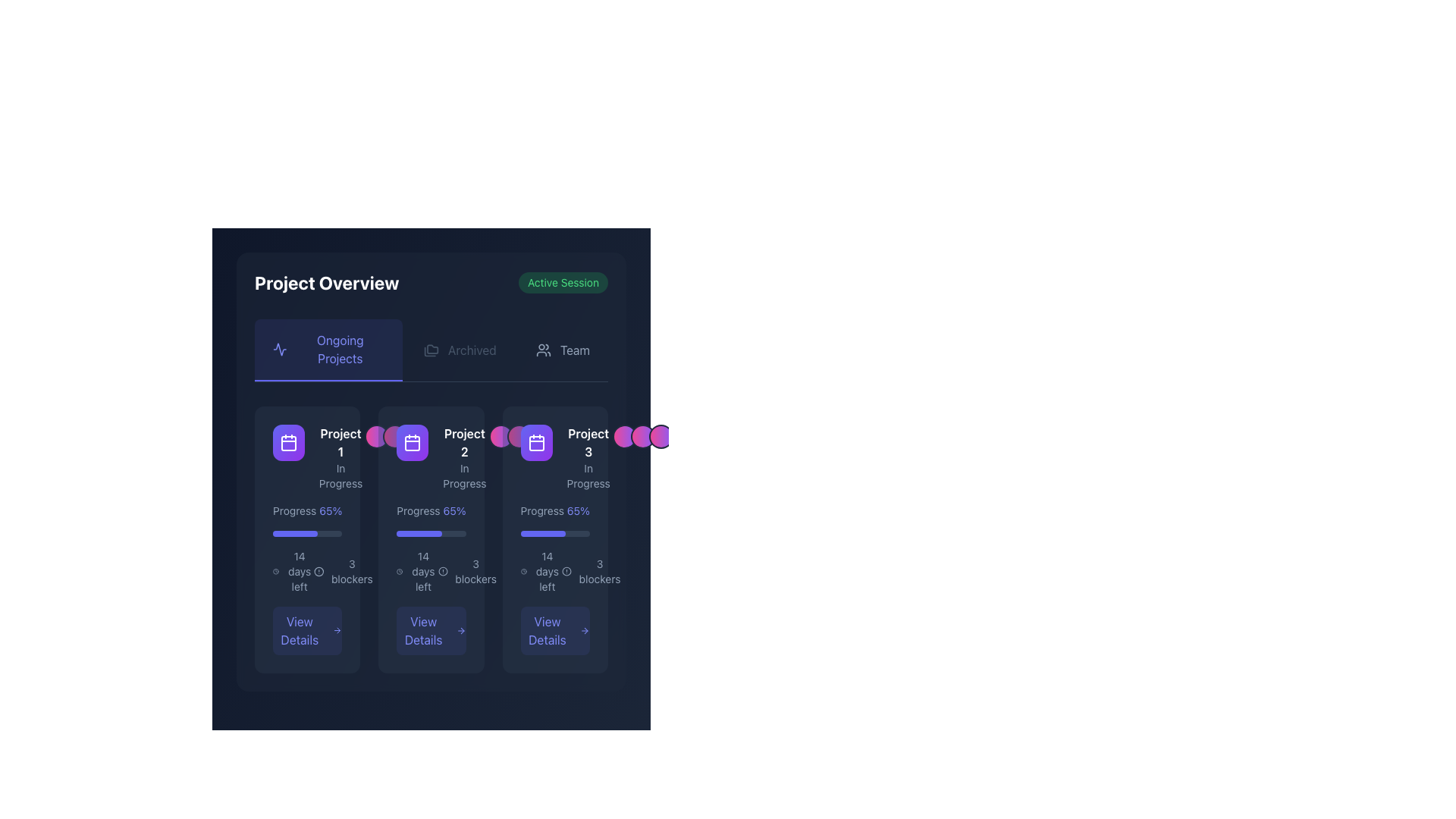 The image size is (1456, 819). I want to click on the alert represented by the circular icon outlined in white, which contains a centered exclamation mark, located next to the '3 blockers' text in the third project card of the 'Ongoing Projects' section, so click(442, 571).